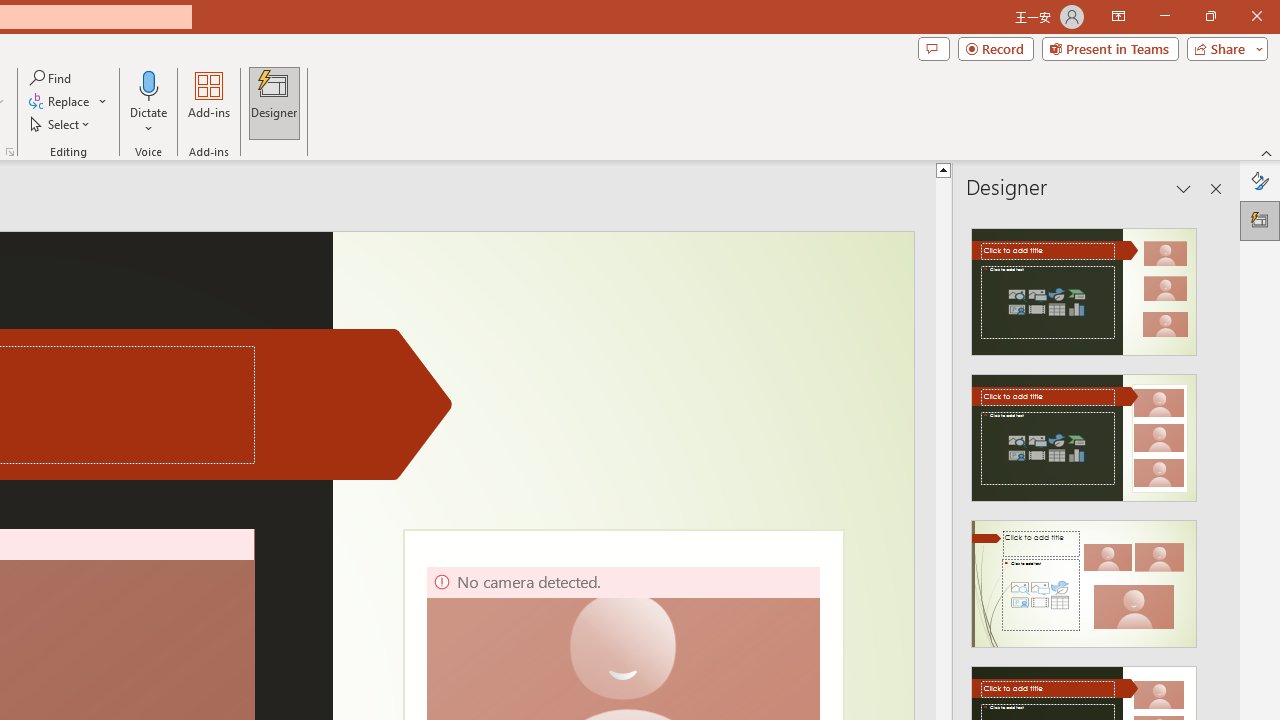  What do you see at coordinates (995, 47) in the screenshot?
I see `'Record'` at bounding box center [995, 47].